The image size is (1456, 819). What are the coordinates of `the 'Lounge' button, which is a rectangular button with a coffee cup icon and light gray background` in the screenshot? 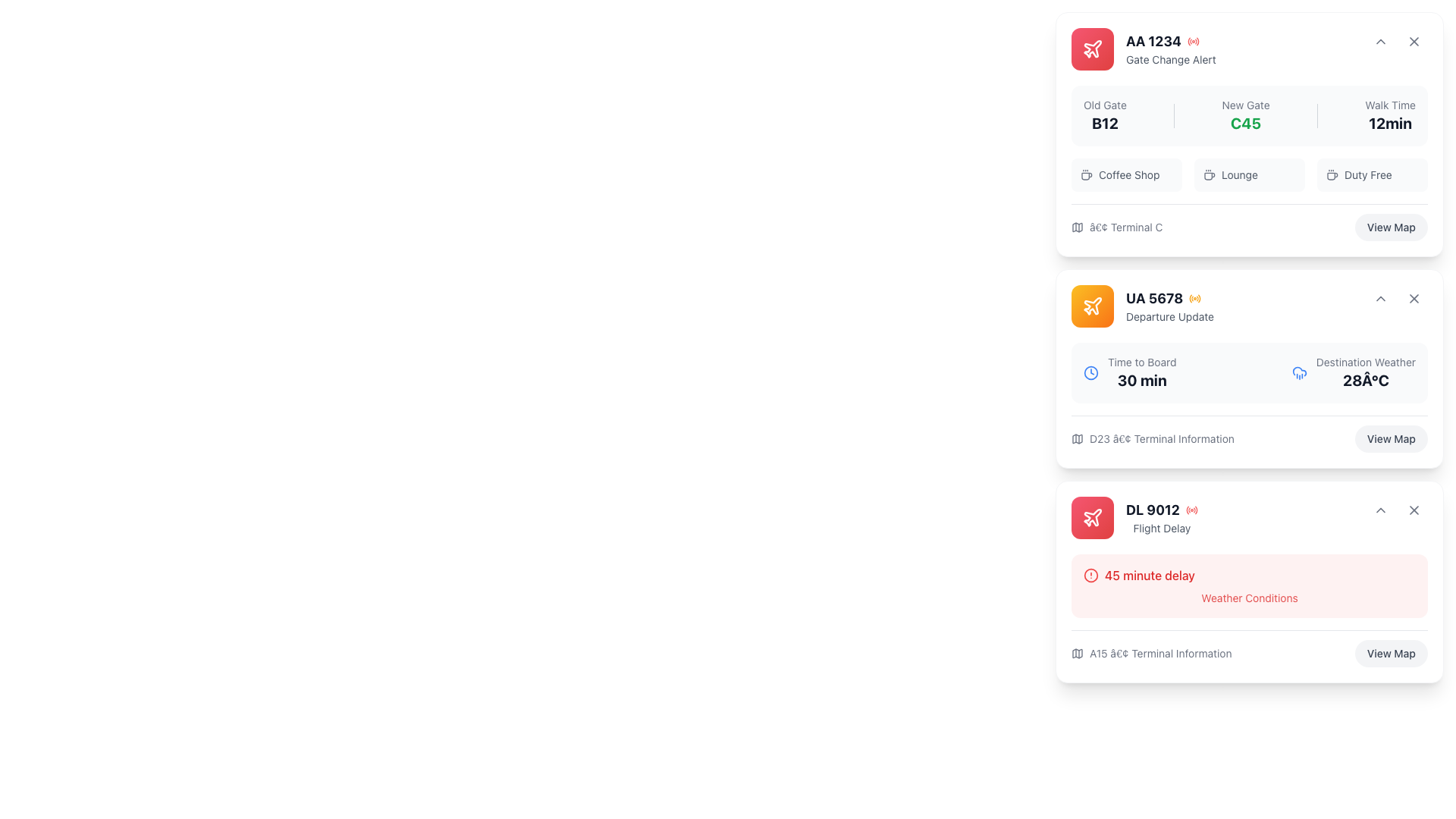 It's located at (1249, 174).